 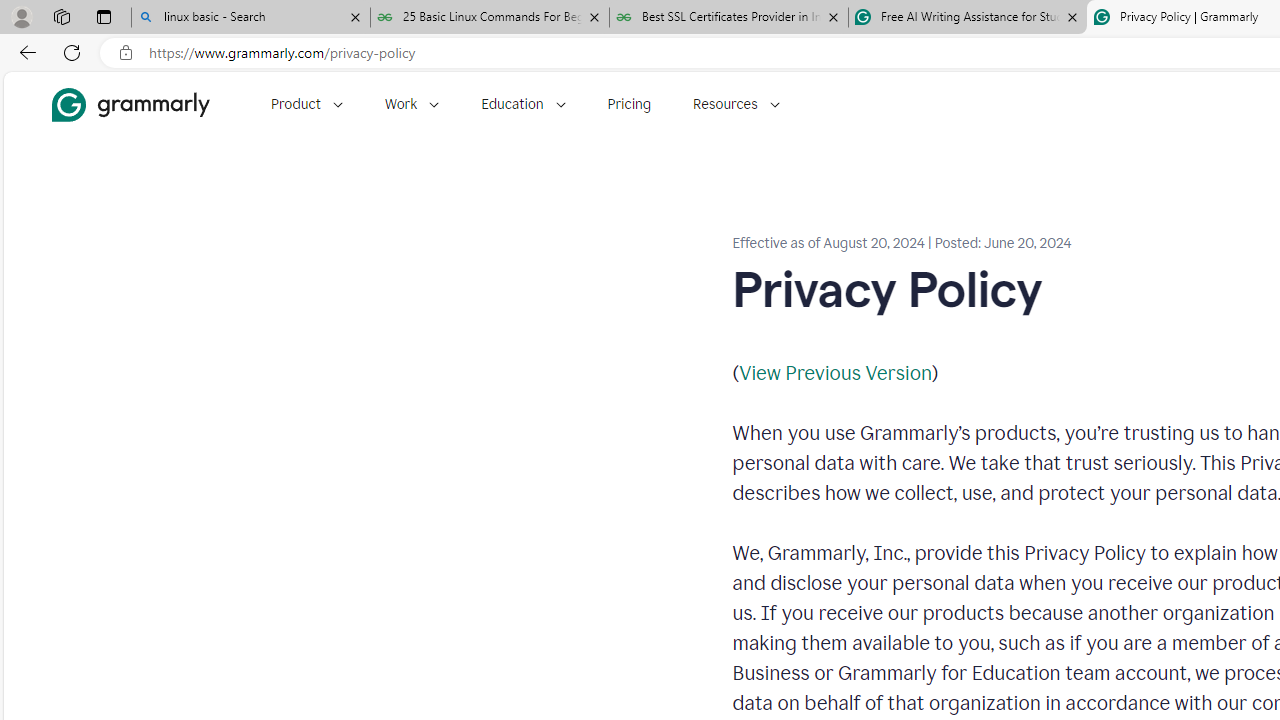 I want to click on 'Work', so click(x=411, y=104).